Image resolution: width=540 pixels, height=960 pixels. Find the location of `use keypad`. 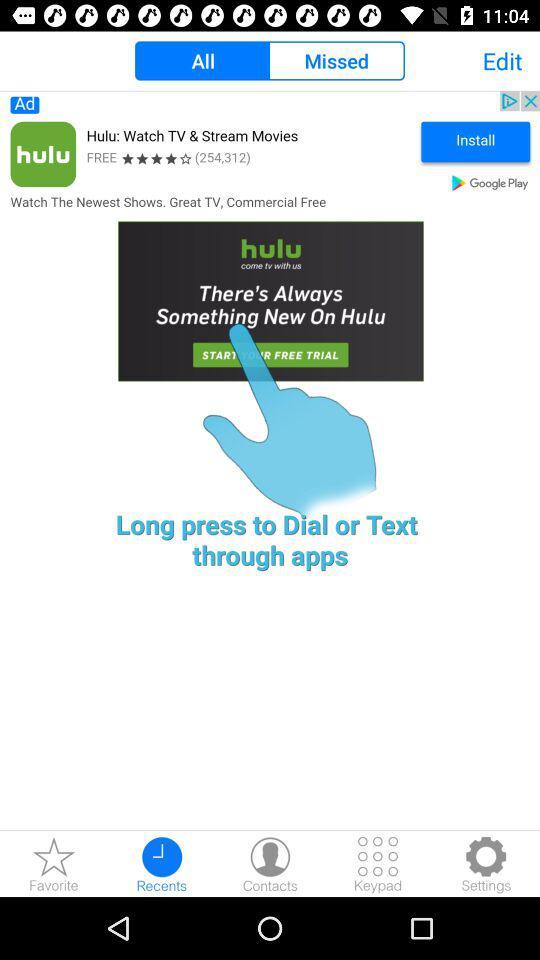

use keypad is located at coordinates (378, 863).